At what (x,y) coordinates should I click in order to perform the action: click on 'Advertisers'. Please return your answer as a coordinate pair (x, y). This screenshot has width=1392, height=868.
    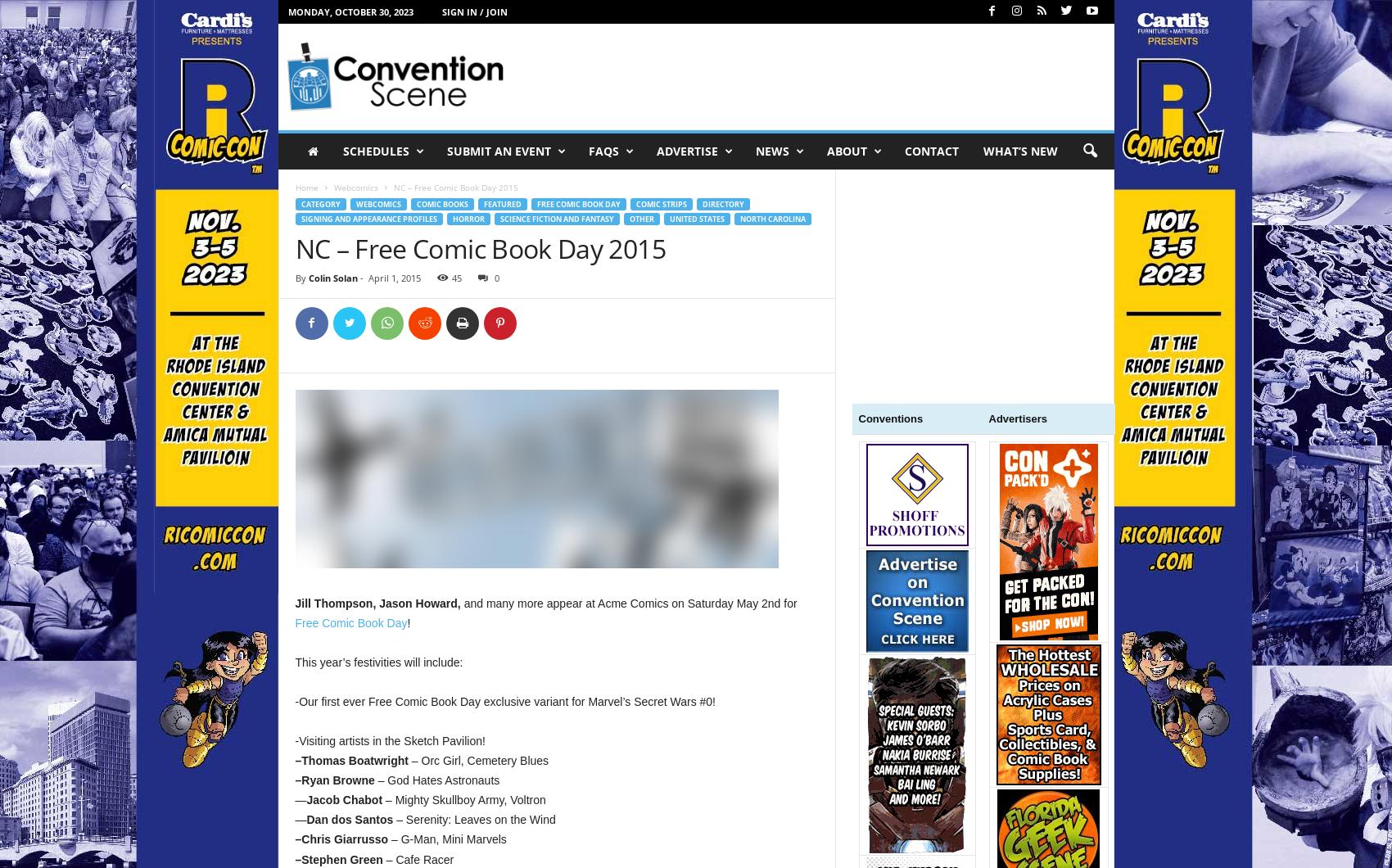
    Looking at the image, I should click on (988, 418).